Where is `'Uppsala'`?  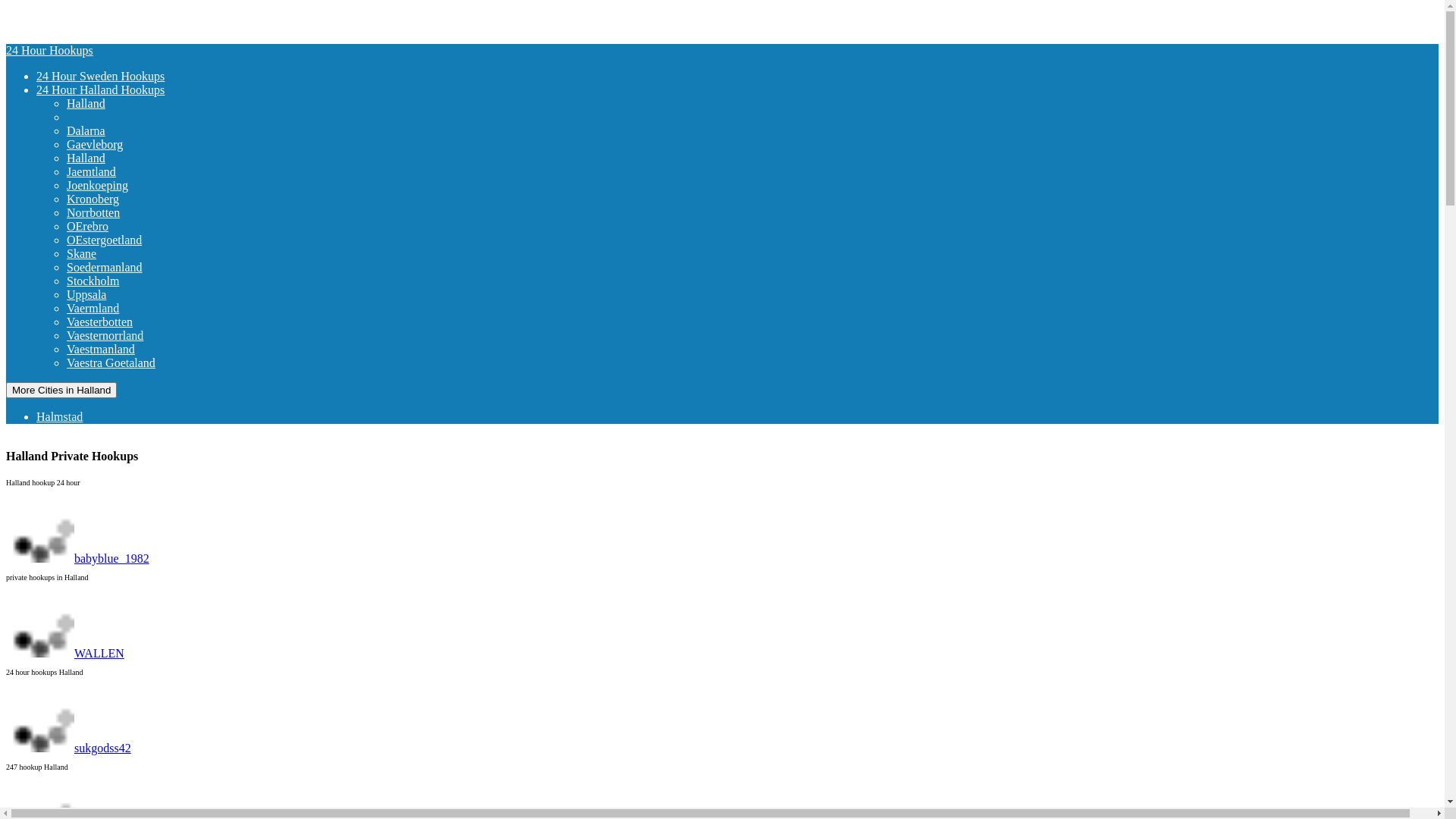 'Uppsala' is located at coordinates (111, 294).